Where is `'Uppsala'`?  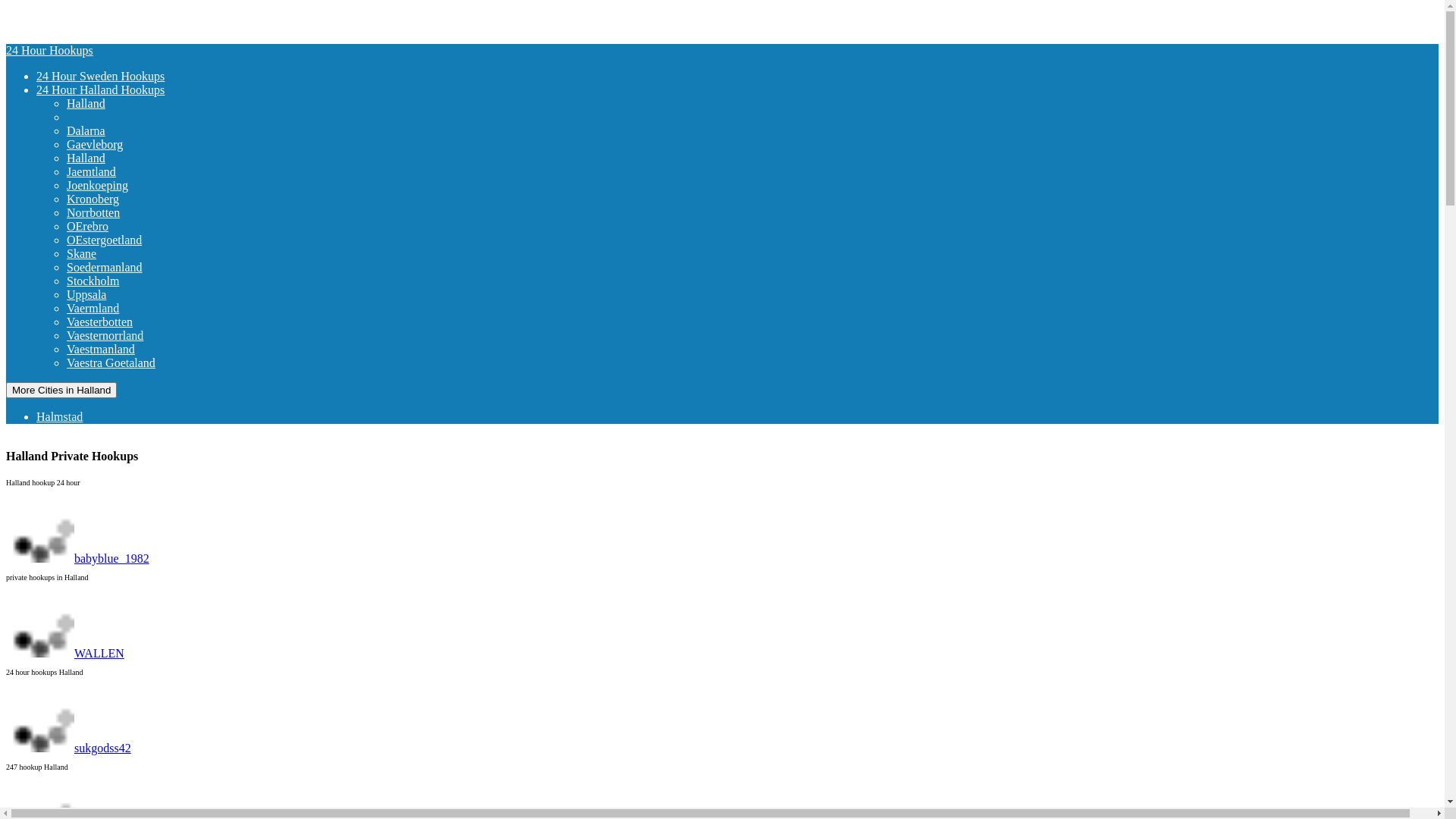 'Uppsala' is located at coordinates (111, 294).